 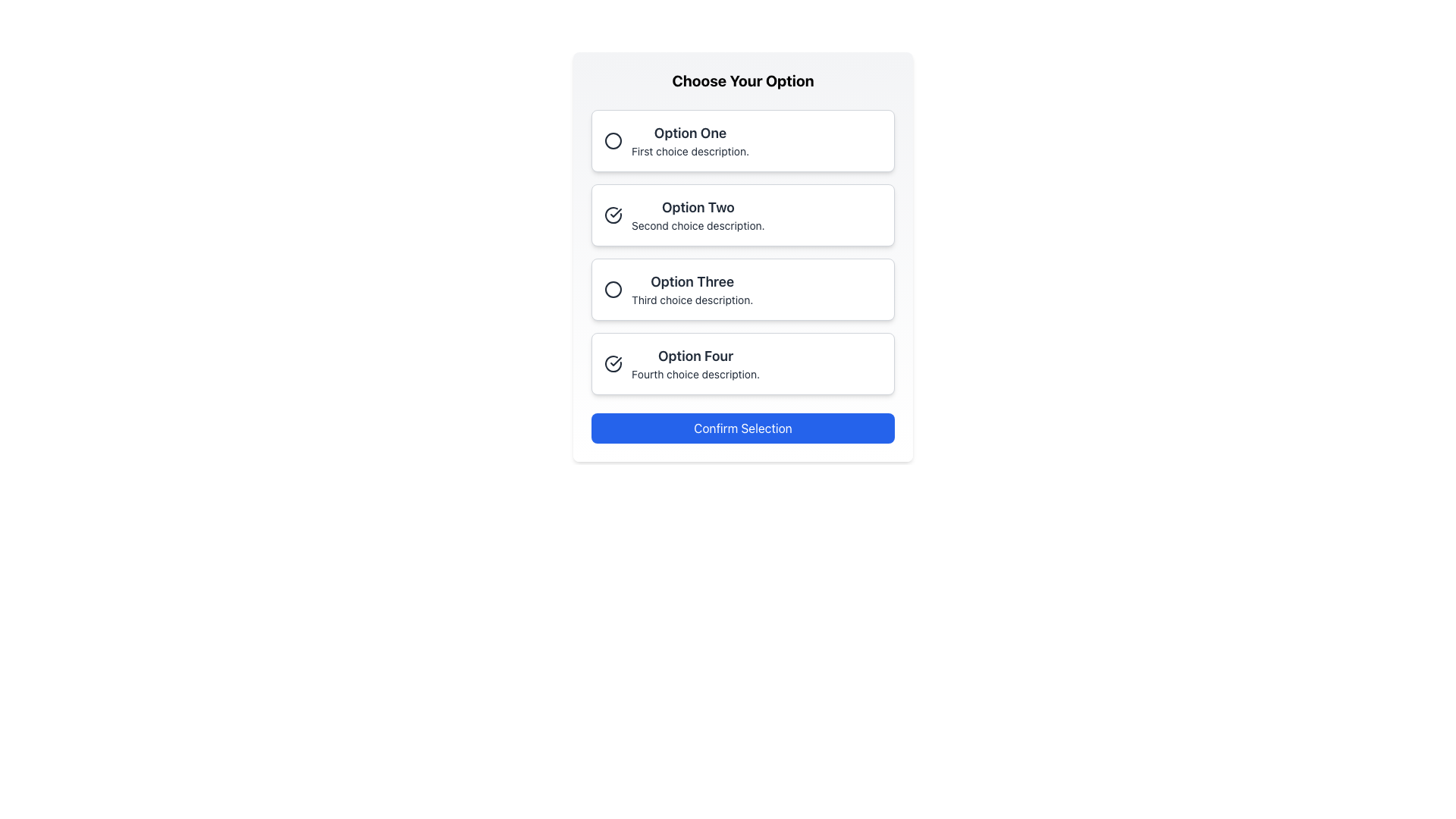 What do you see at coordinates (613, 289) in the screenshot?
I see `the radio button indicator for 'Option Three'` at bounding box center [613, 289].